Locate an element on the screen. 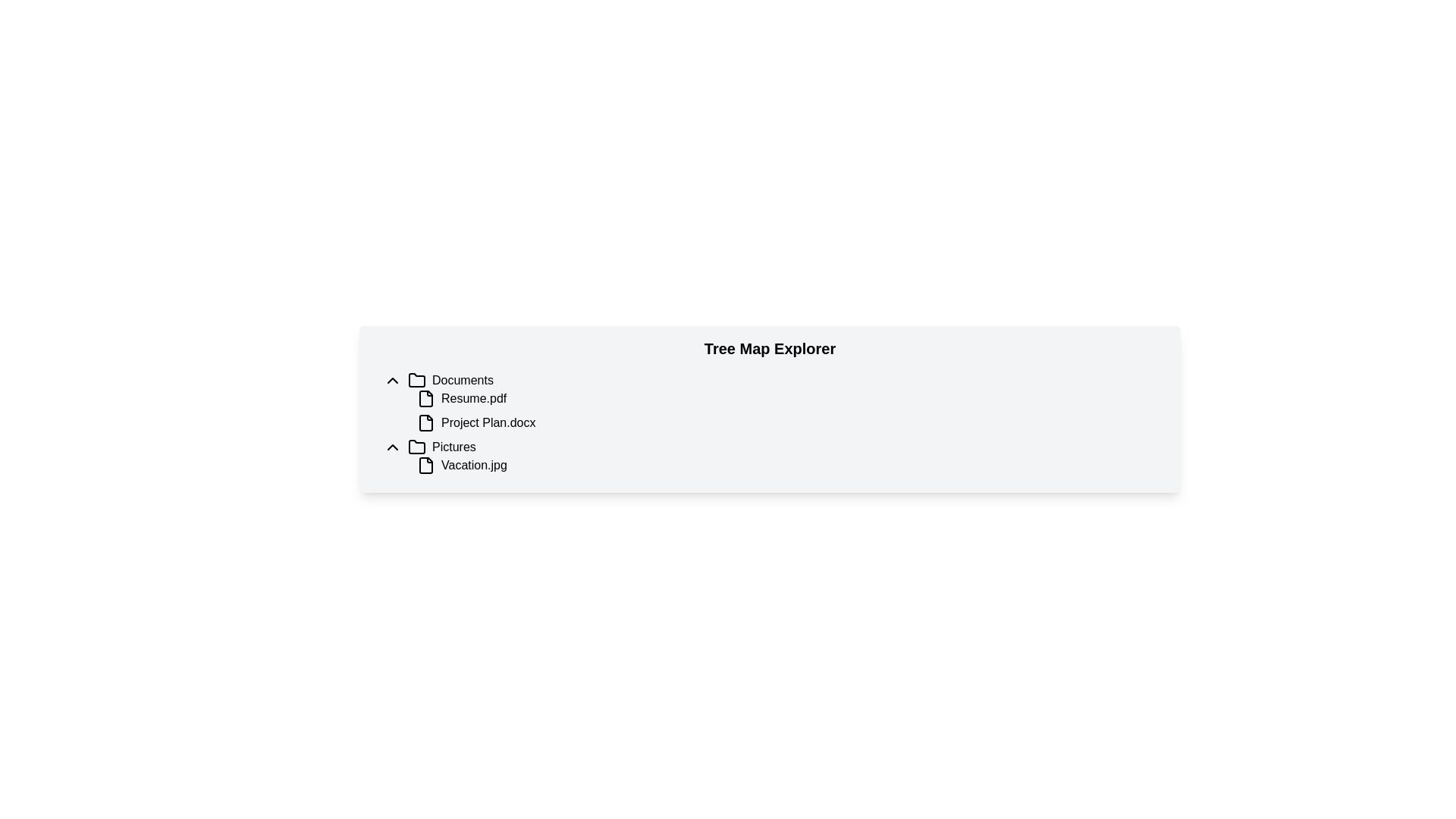 The width and height of the screenshot is (1456, 819). the 'Pictures' folder text label is located at coordinates (453, 447).